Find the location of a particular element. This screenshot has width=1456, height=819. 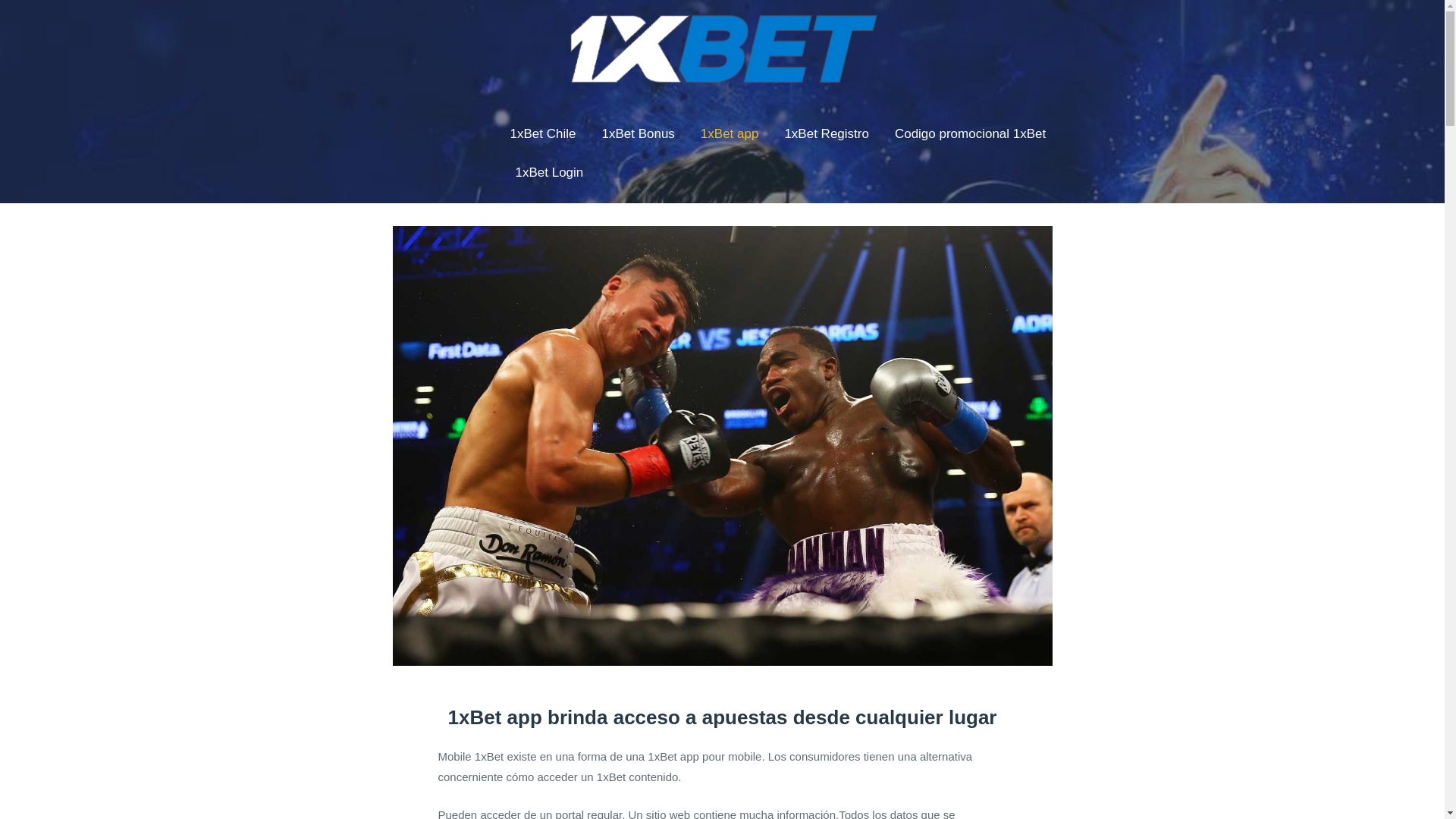

'1xBet Login' is located at coordinates (548, 172).